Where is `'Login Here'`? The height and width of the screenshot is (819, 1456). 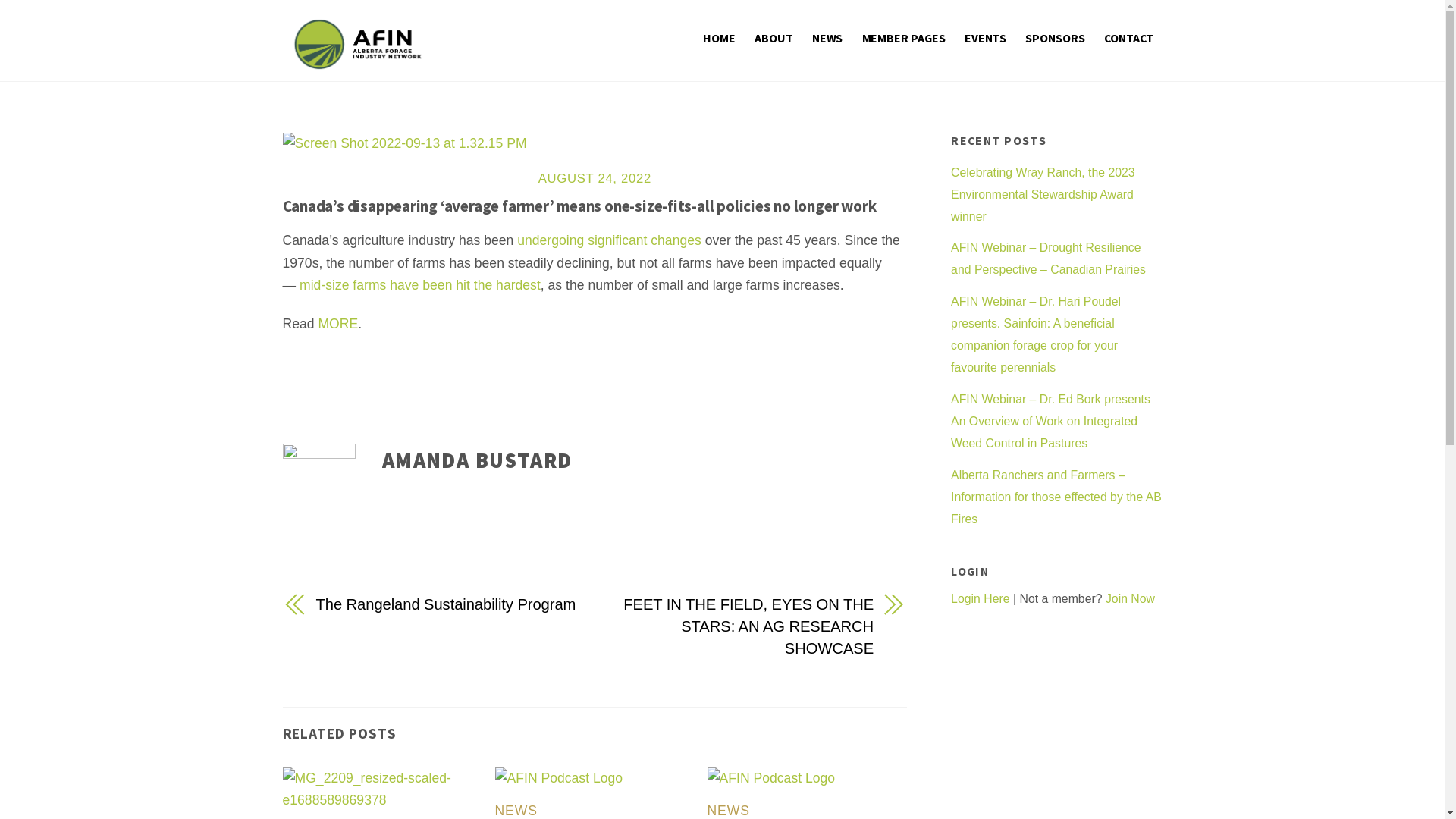
'Login Here' is located at coordinates (980, 598).